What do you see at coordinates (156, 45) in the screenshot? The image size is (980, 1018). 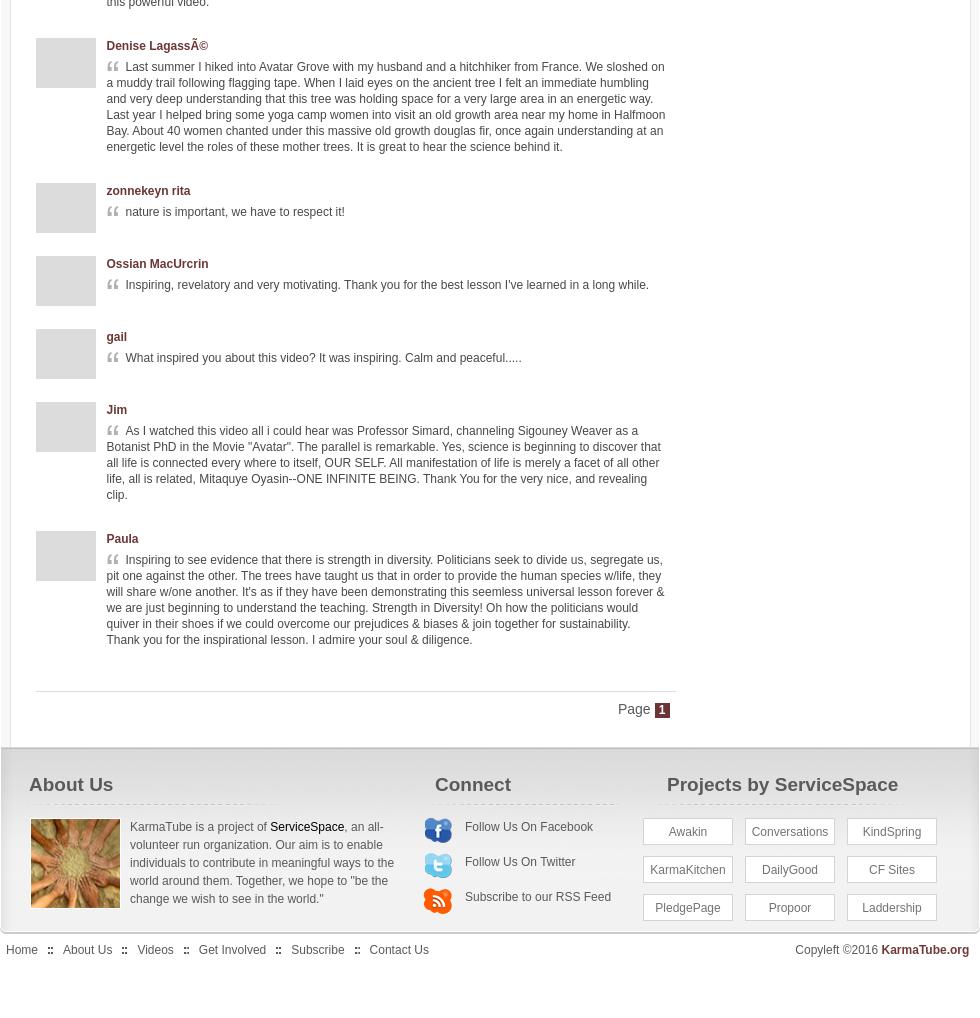 I see `'Denise LagassÃ©'` at bounding box center [156, 45].